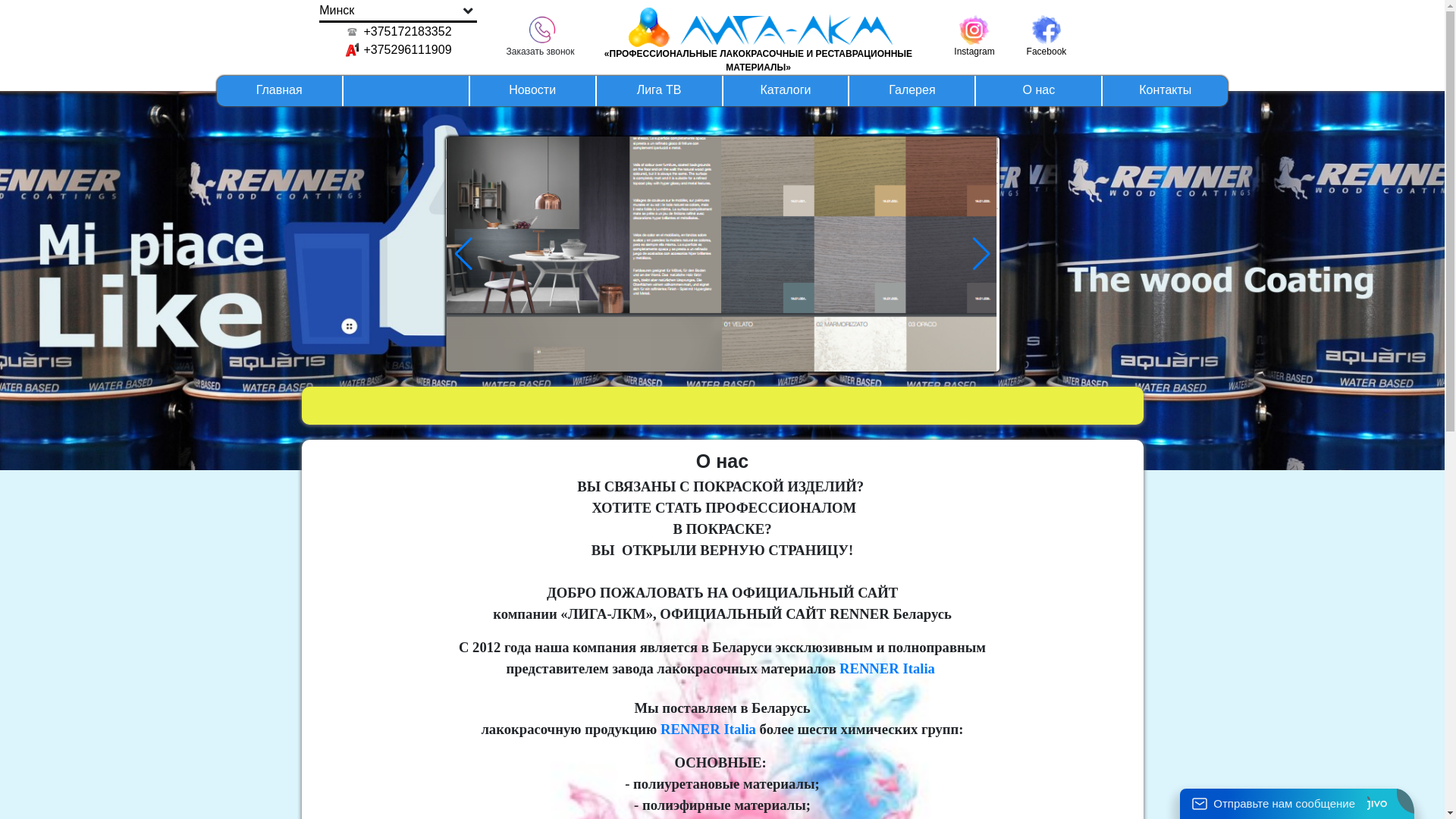  What do you see at coordinates (887, 667) in the screenshot?
I see `'RENNER Italia'` at bounding box center [887, 667].